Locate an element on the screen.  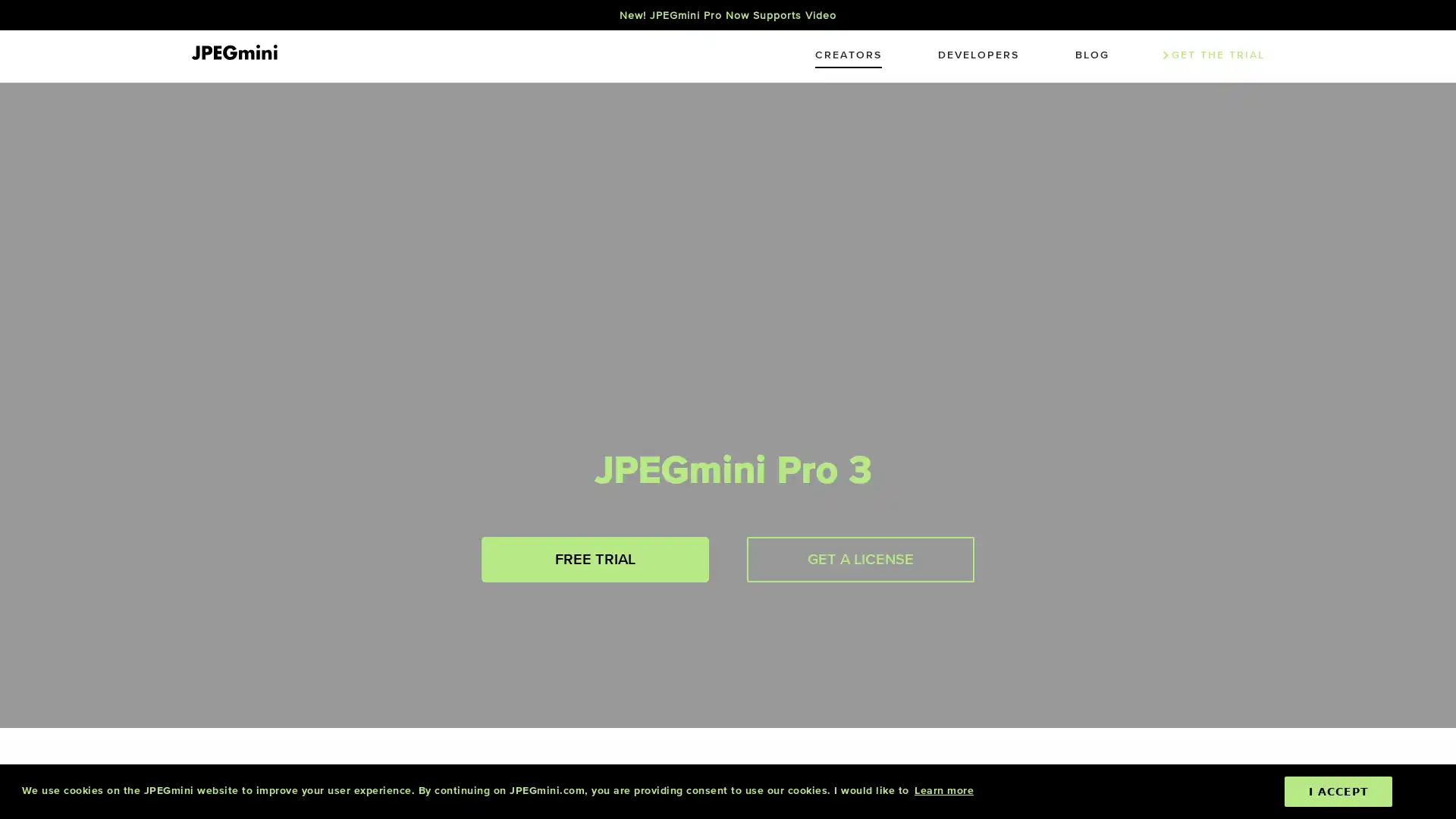
FREE TRIAL is located at coordinates (595, 559).